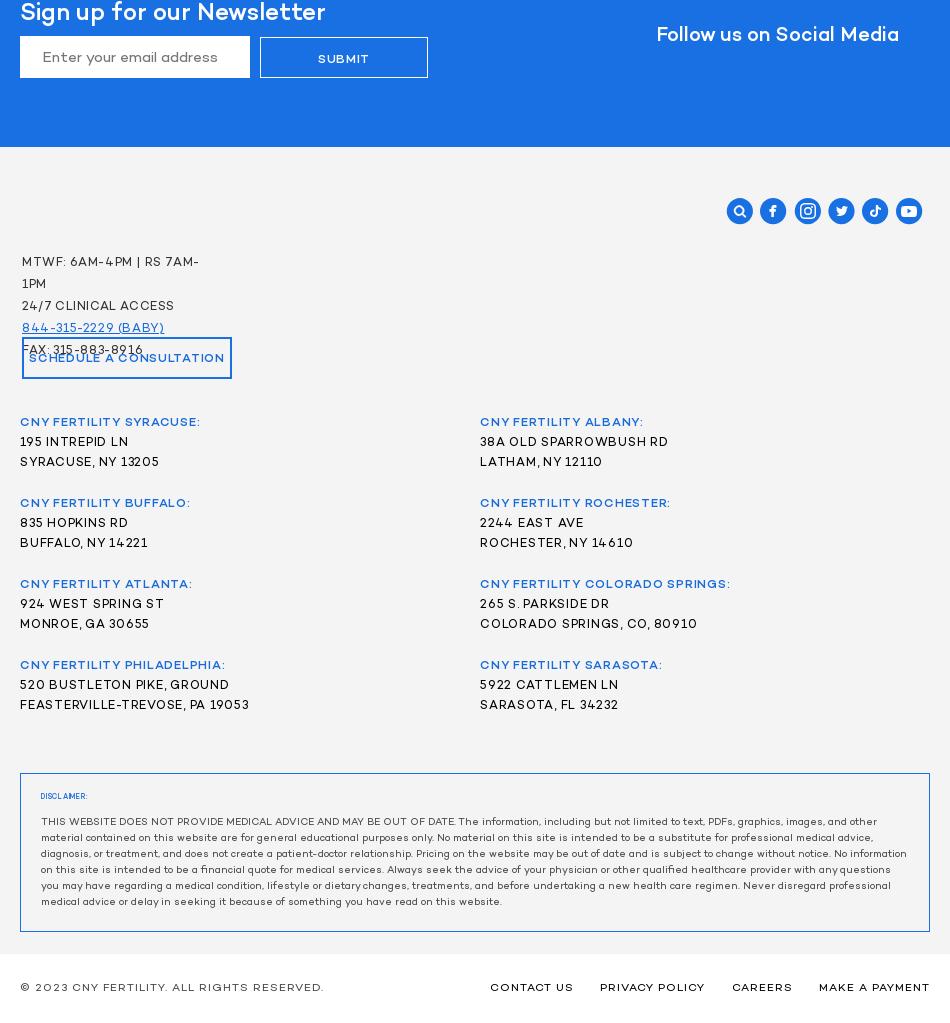  What do you see at coordinates (342, 58) in the screenshot?
I see `'Submit'` at bounding box center [342, 58].